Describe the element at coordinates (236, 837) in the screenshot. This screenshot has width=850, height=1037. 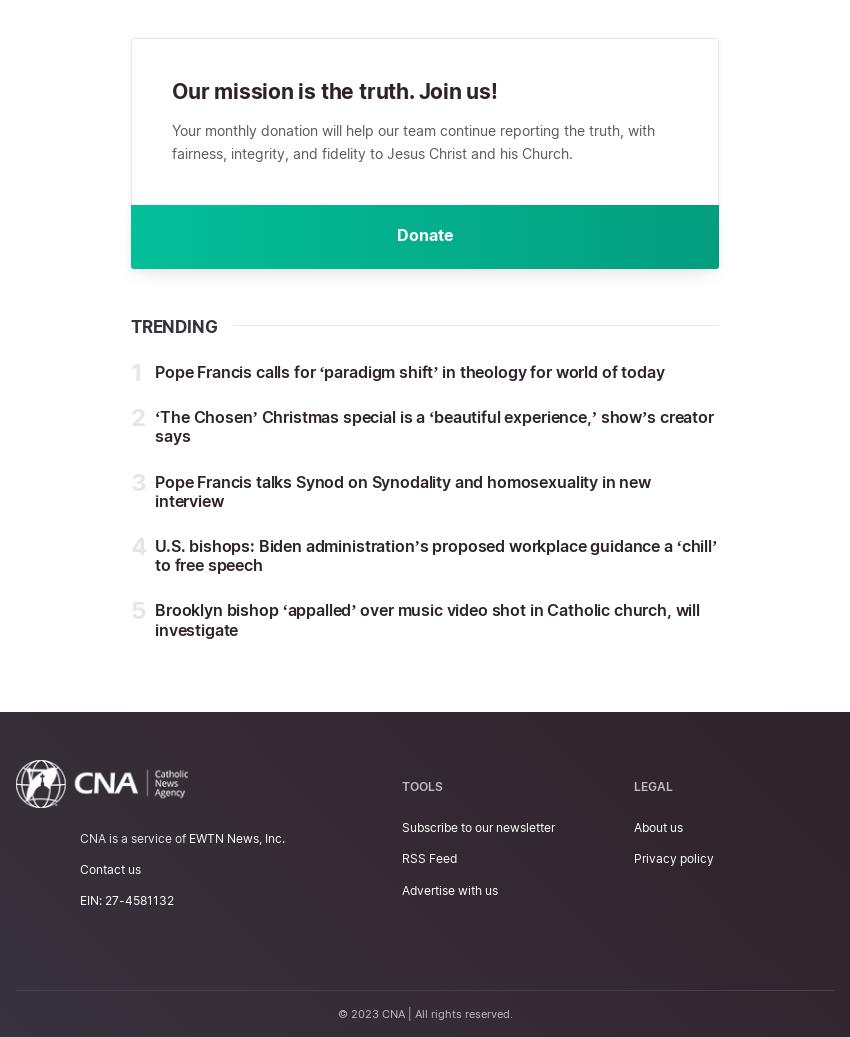
I see `'EWTN News, Inc.'` at that location.